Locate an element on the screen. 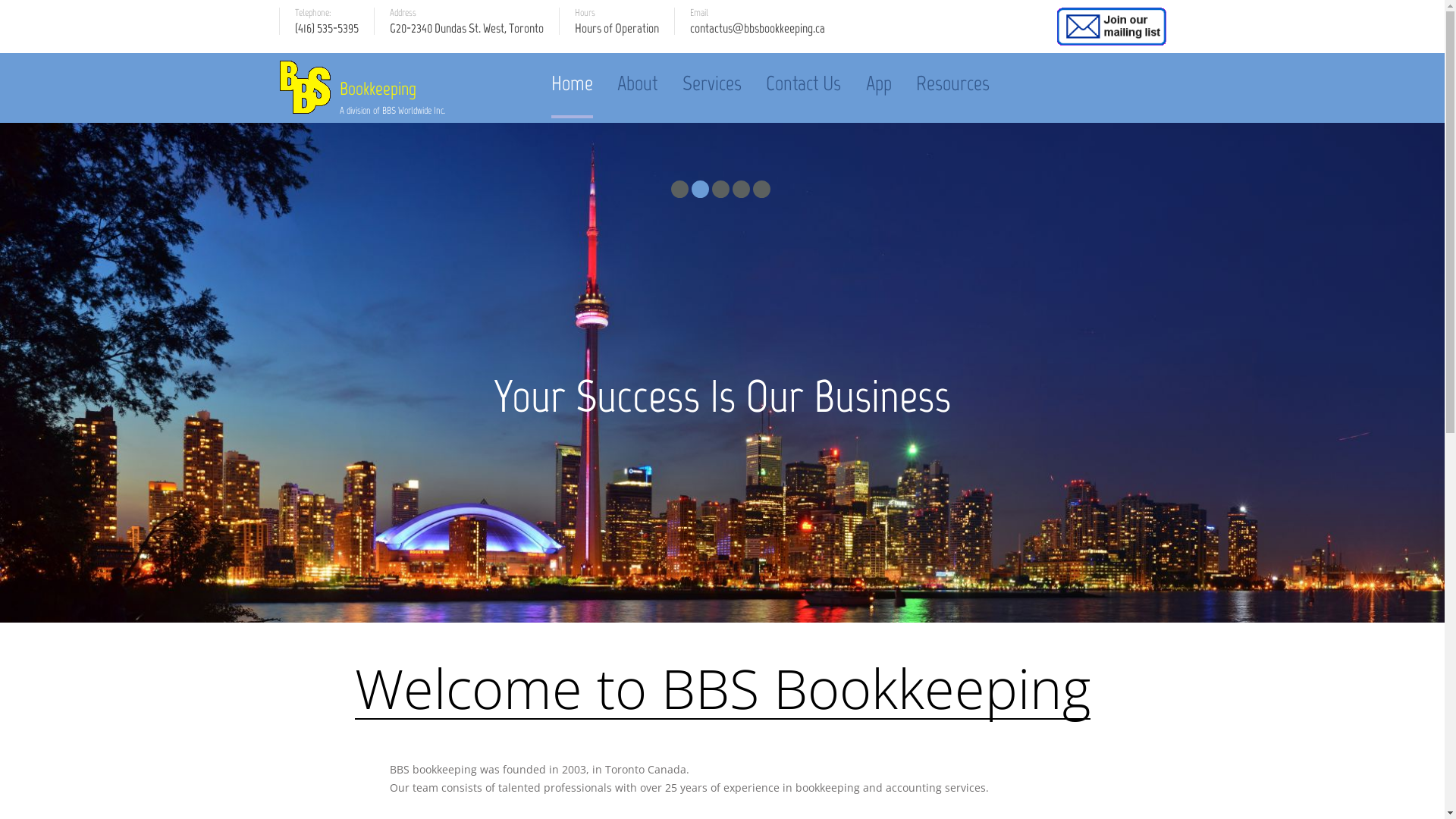 This screenshot has height=819, width=1456. 'About' is located at coordinates (637, 83).